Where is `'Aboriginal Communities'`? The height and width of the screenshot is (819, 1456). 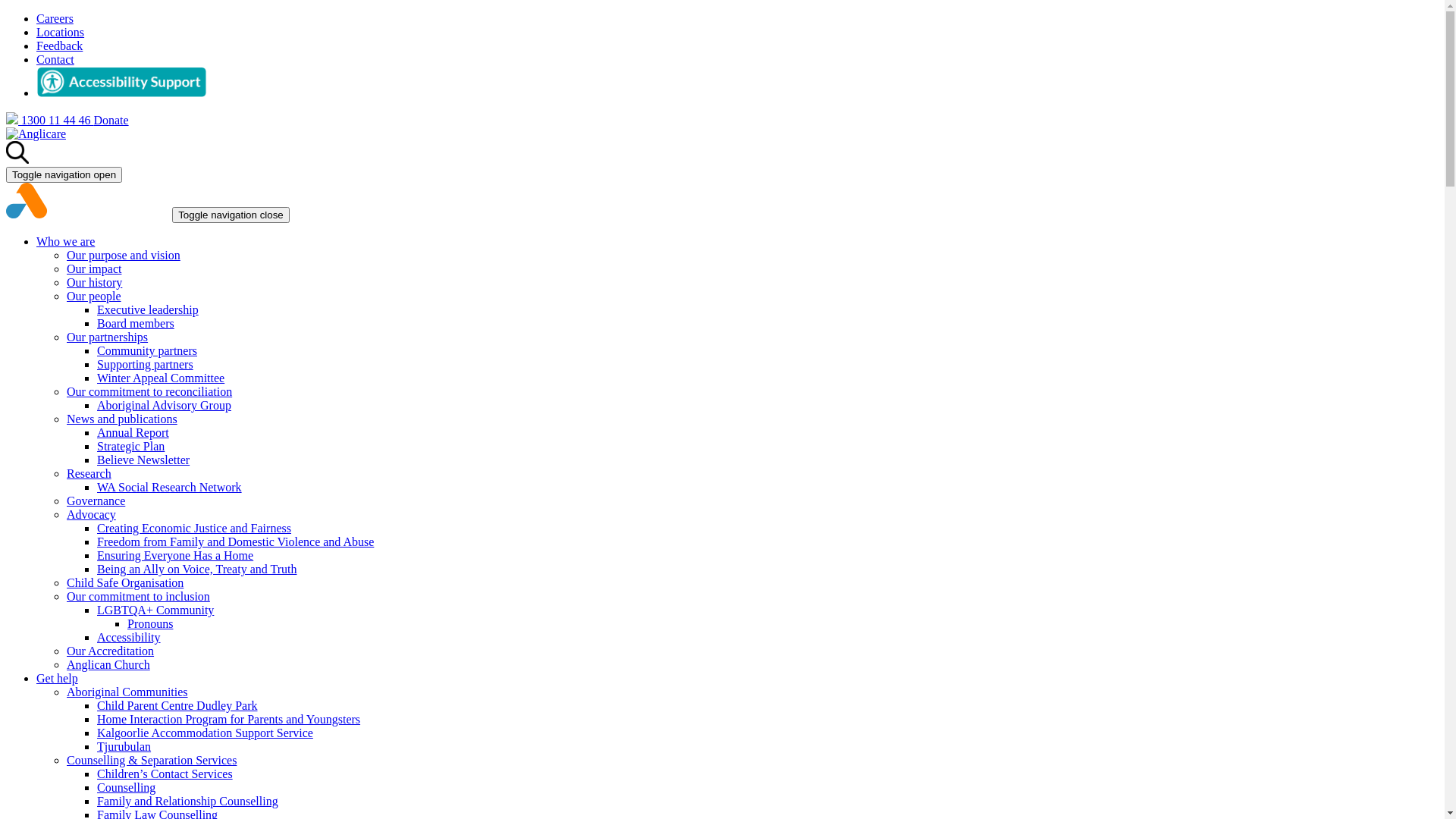 'Aboriginal Communities' is located at coordinates (65, 692).